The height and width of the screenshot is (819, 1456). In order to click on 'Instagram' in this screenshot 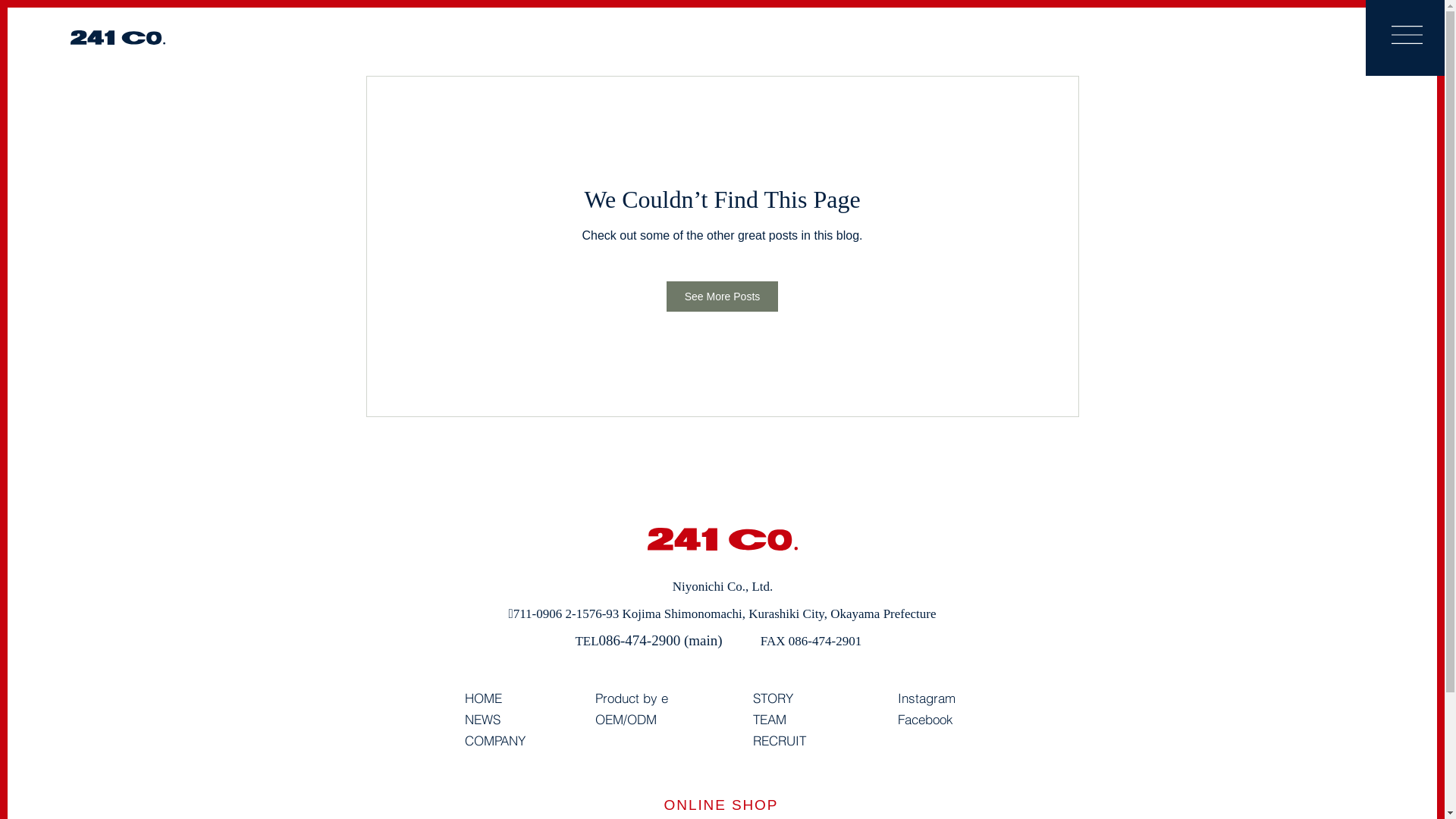, I will do `click(926, 698)`.